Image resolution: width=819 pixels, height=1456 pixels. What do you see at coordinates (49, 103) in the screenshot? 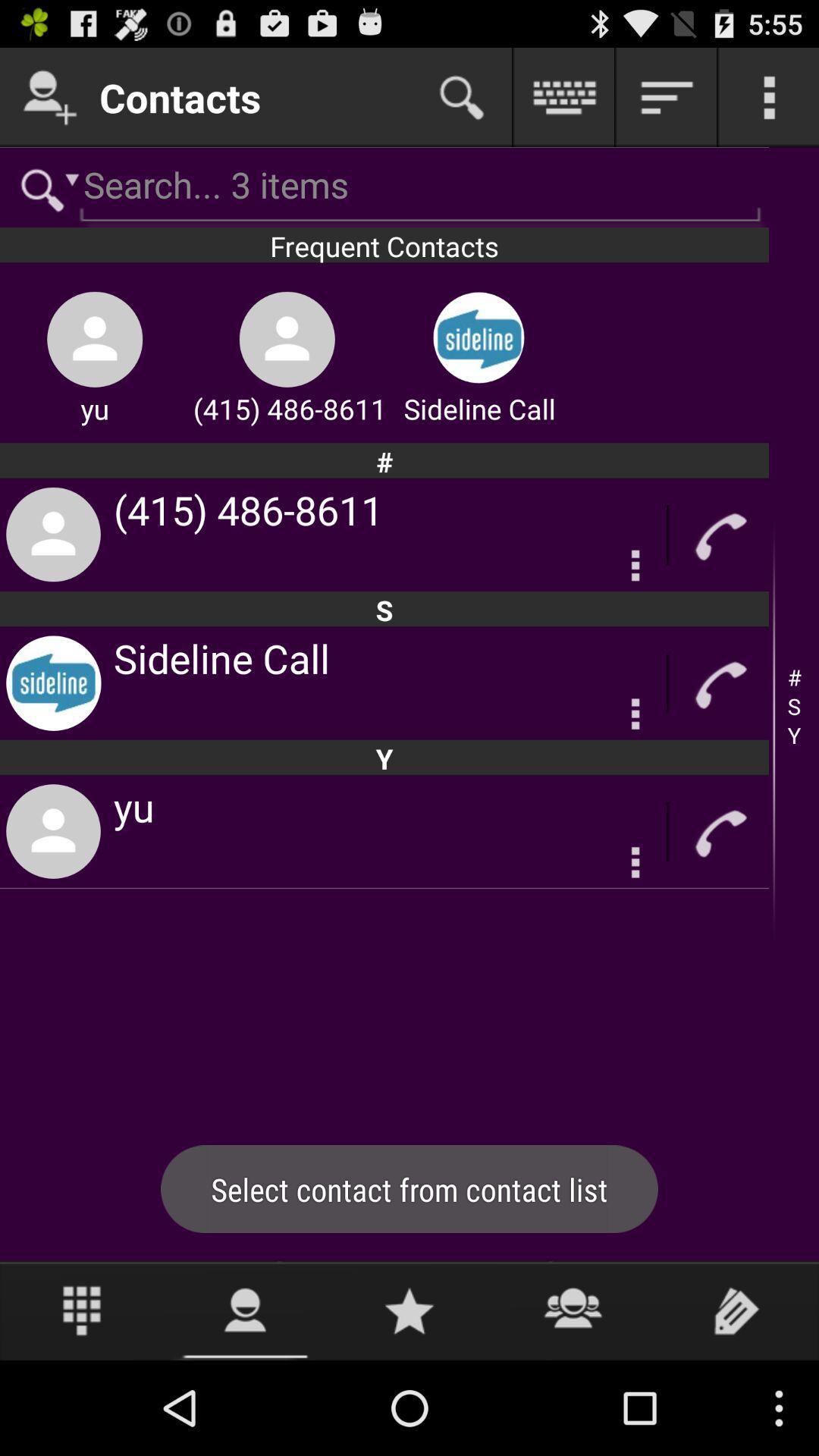
I see `the follow icon` at bounding box center [49, 103].